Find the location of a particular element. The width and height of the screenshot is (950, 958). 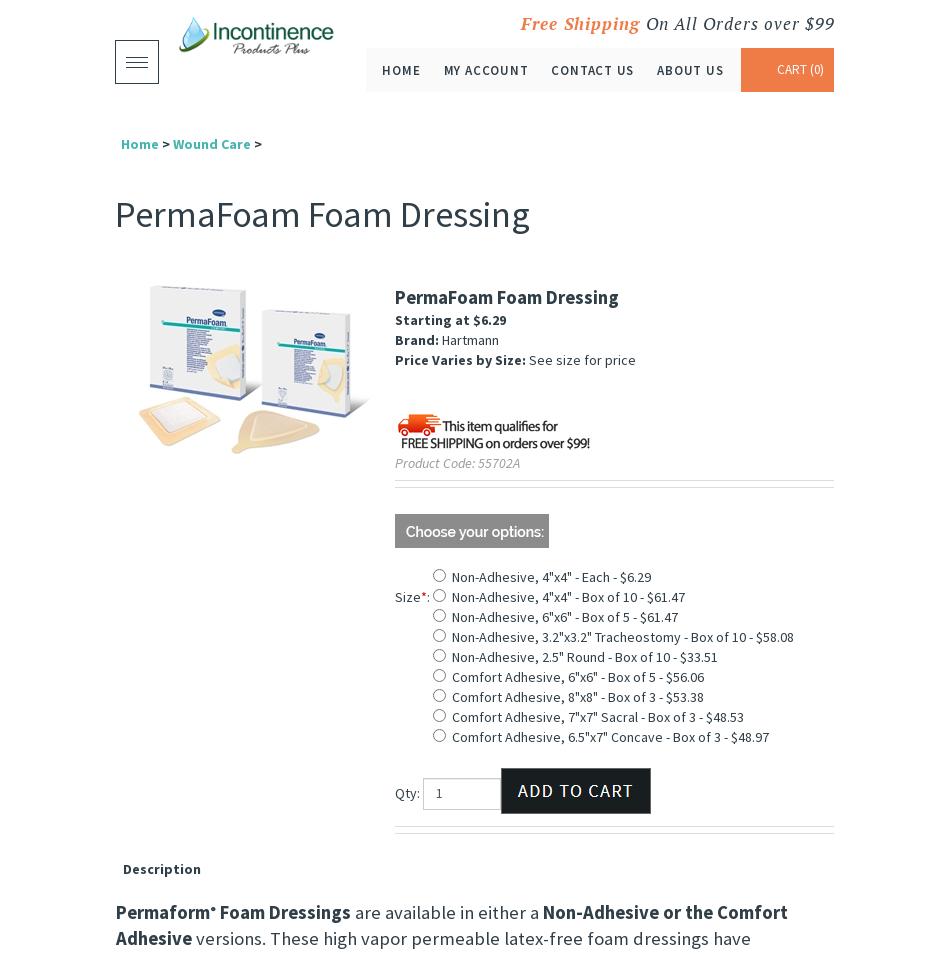

'Alternative Views:' is located at coordinates (252, 521).